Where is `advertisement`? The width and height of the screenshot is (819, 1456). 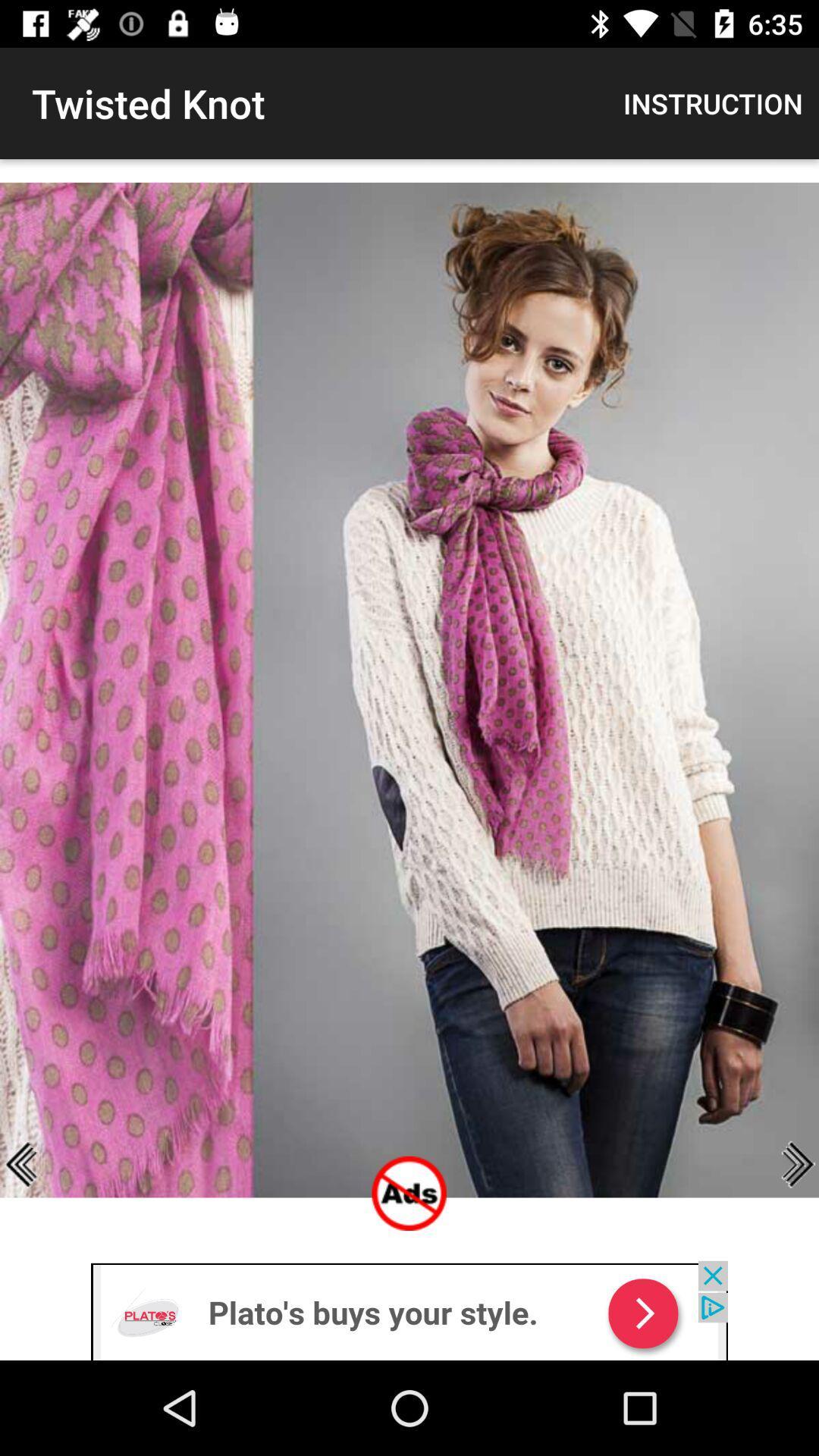 advertisement is located at coordinates (409, 1310).